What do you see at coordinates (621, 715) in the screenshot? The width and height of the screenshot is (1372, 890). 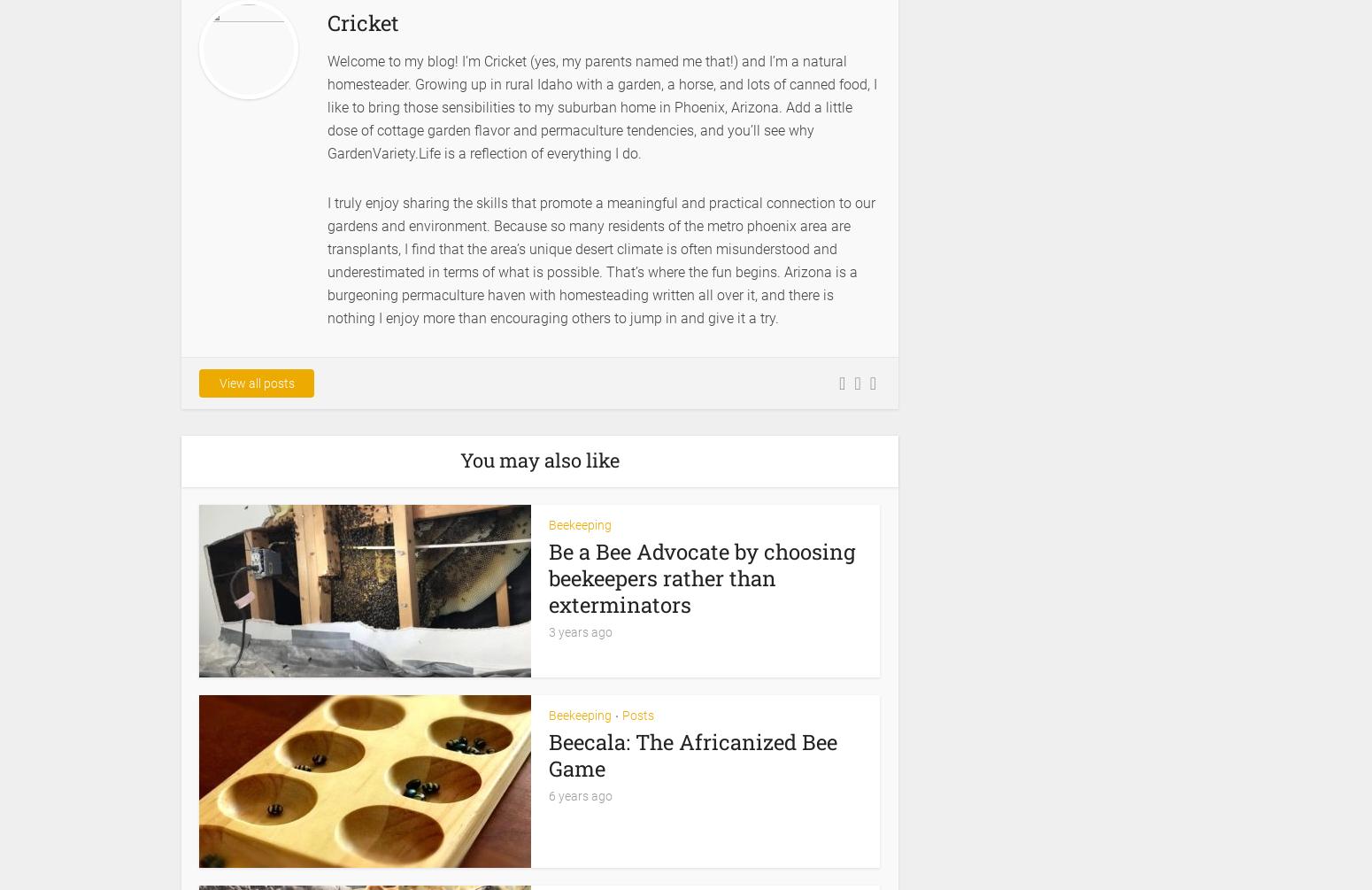 I see `'Posts'` at bounding box center [621, 715].